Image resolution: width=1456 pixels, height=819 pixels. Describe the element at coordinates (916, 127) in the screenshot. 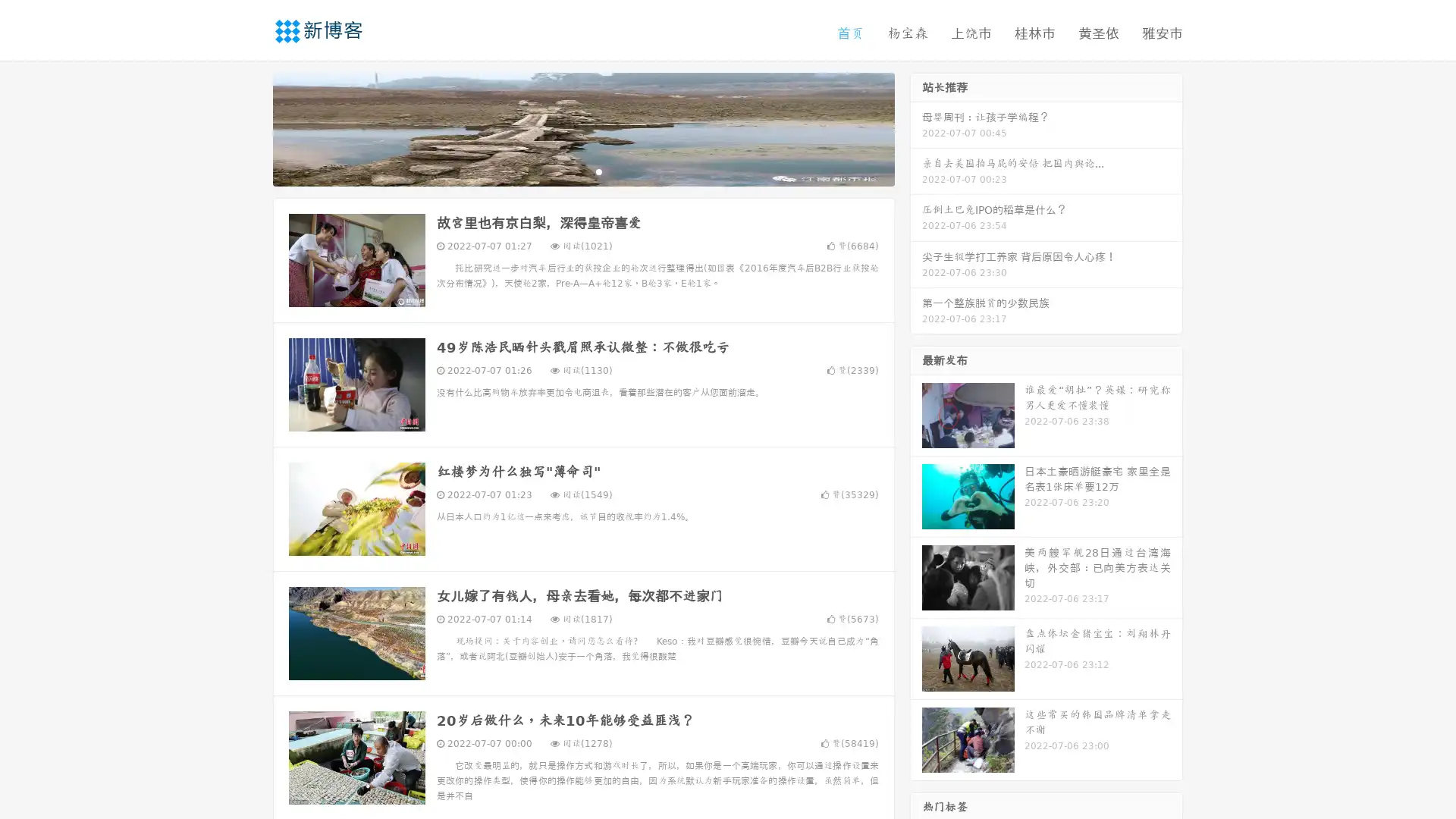

I see `Next slide` at that location.